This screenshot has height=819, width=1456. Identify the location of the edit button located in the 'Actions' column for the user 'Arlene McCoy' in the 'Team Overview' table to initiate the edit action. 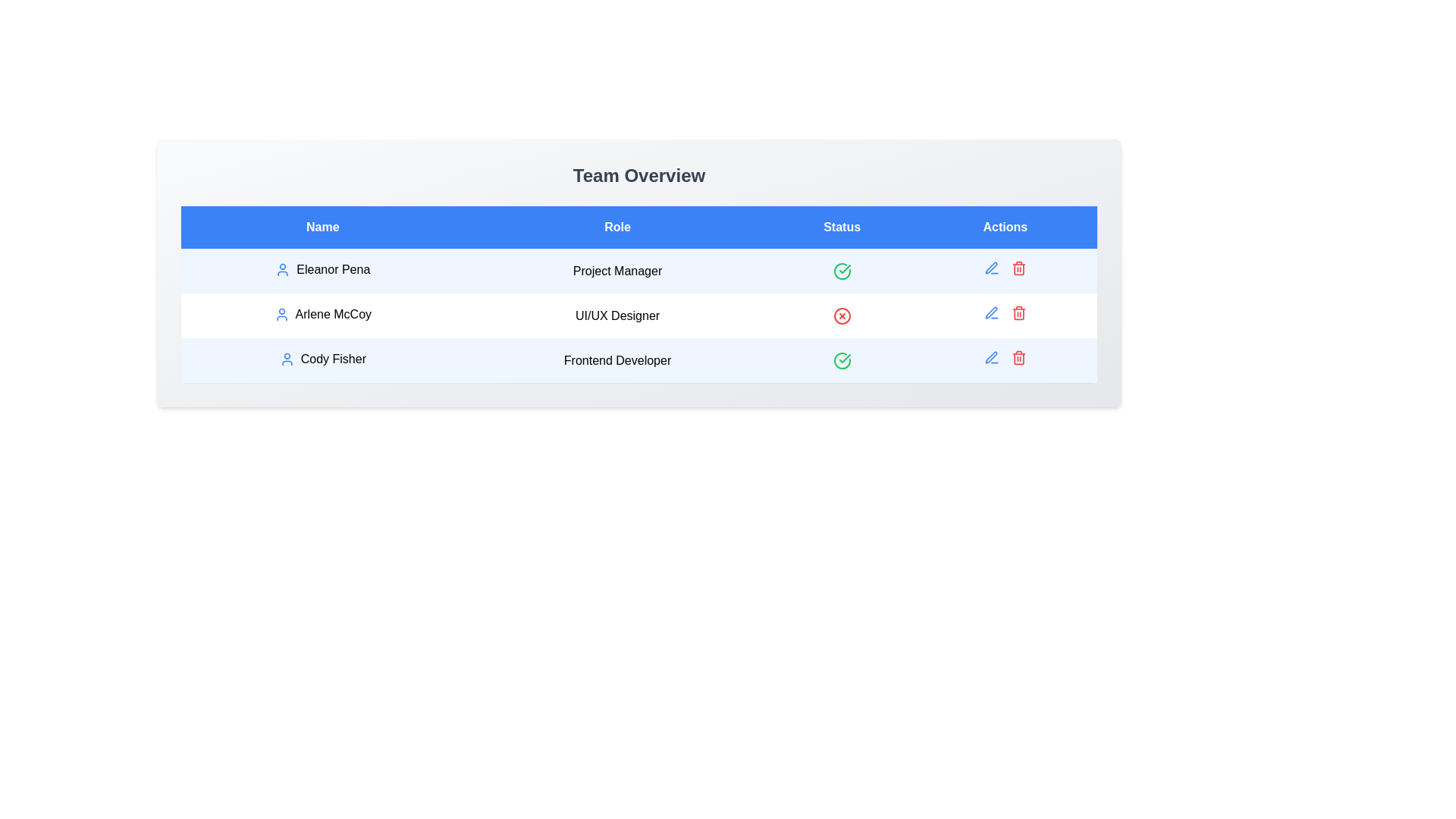
(990, 312).